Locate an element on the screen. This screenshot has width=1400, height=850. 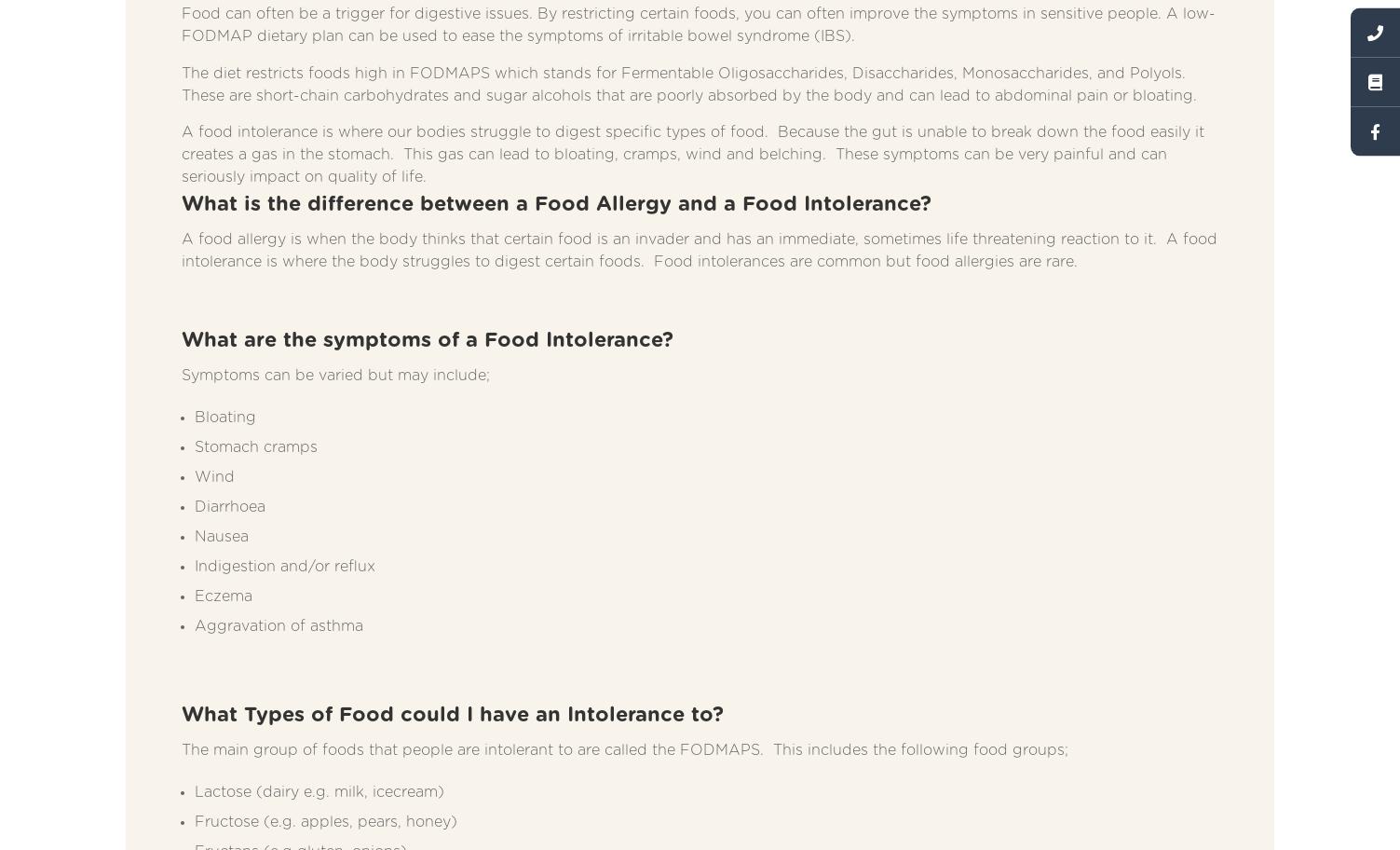
'Symptoms can be varied but may include;' is located at coordinates (335, 376).